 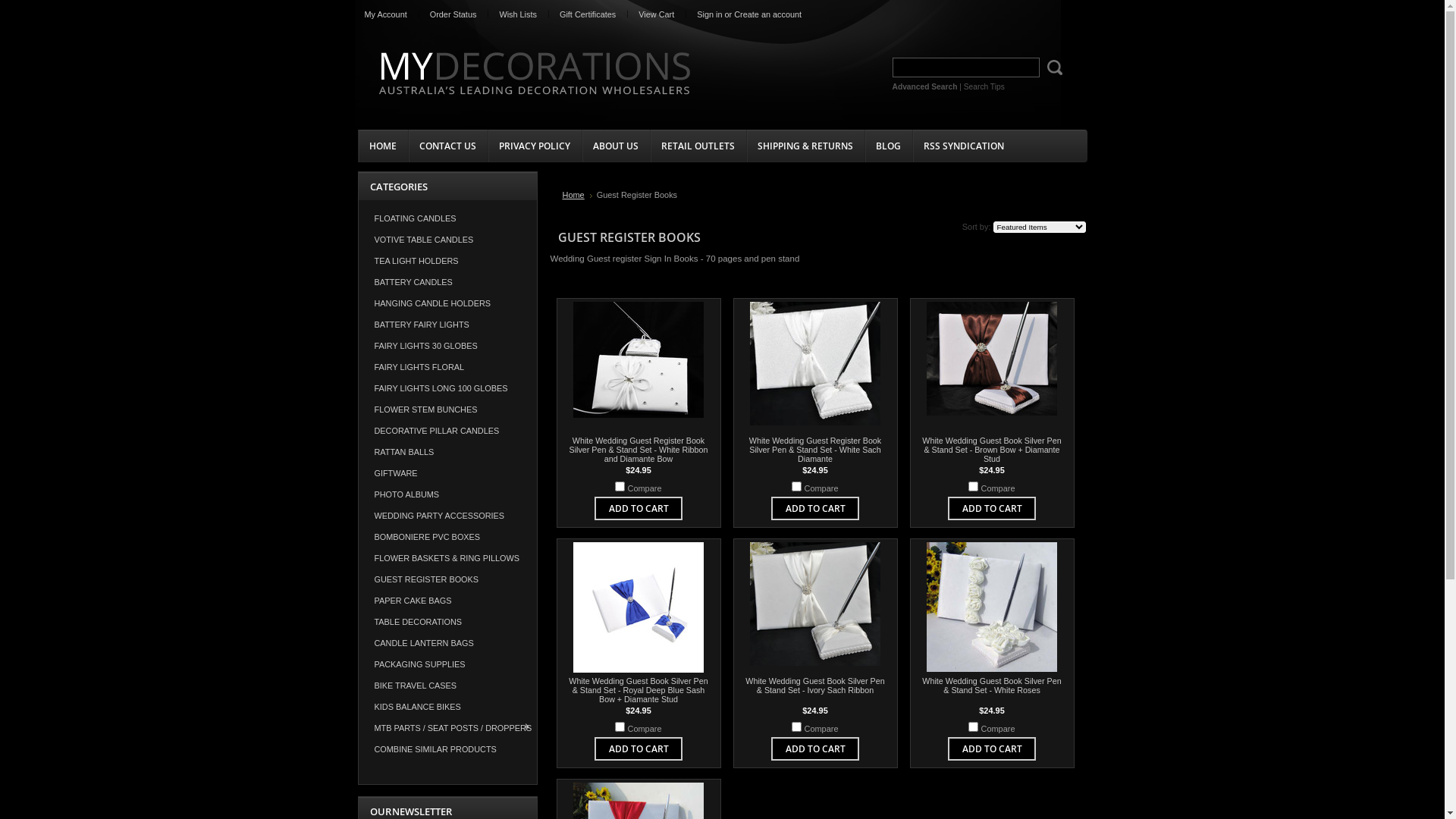 I want to click on 'RETAIL OUTLETS', so click(x=648, y=146).